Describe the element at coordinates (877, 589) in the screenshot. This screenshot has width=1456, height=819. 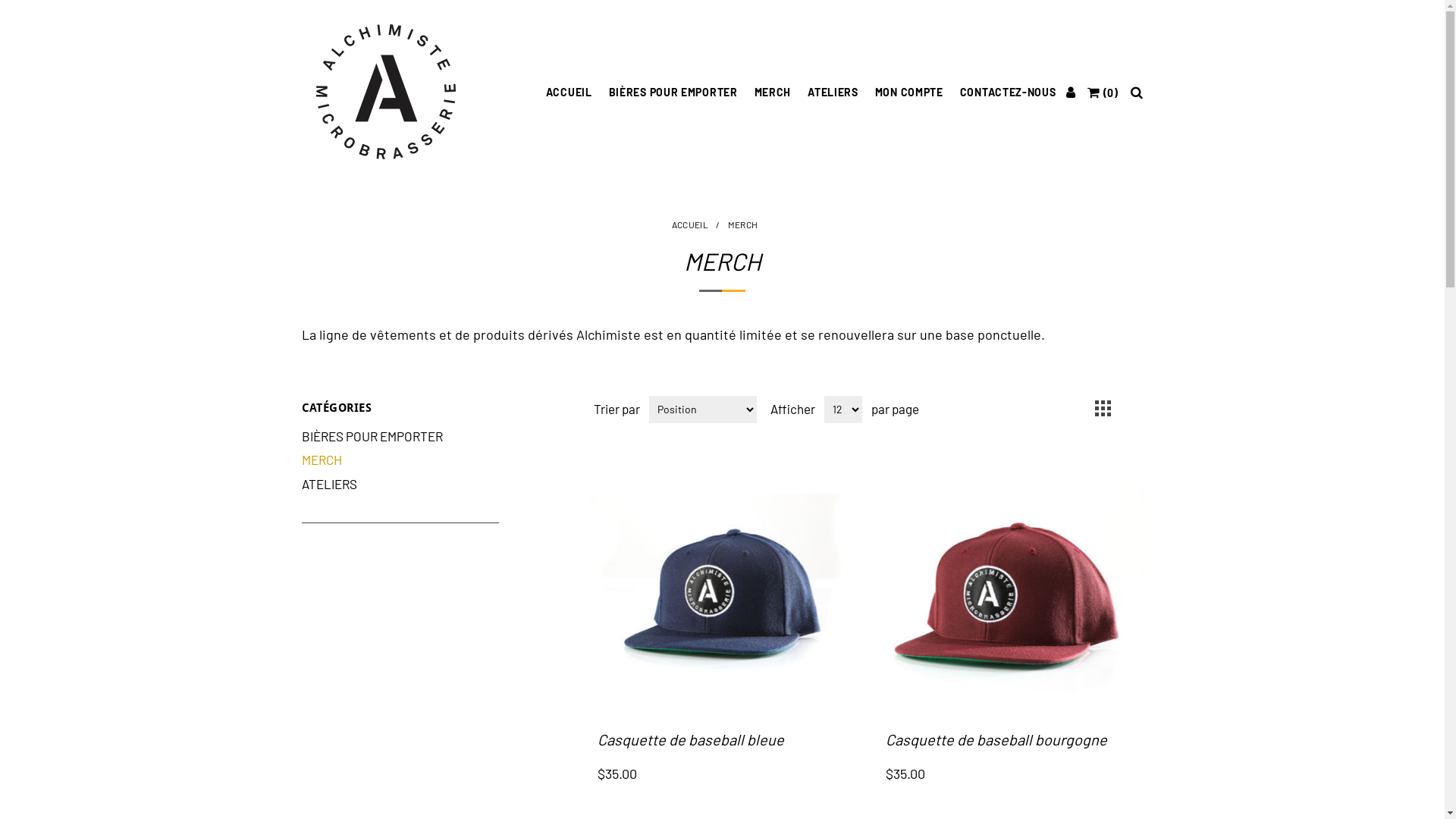
I see `'Agrandir l'image de Casquette de baseball bourgogne'` at that location.